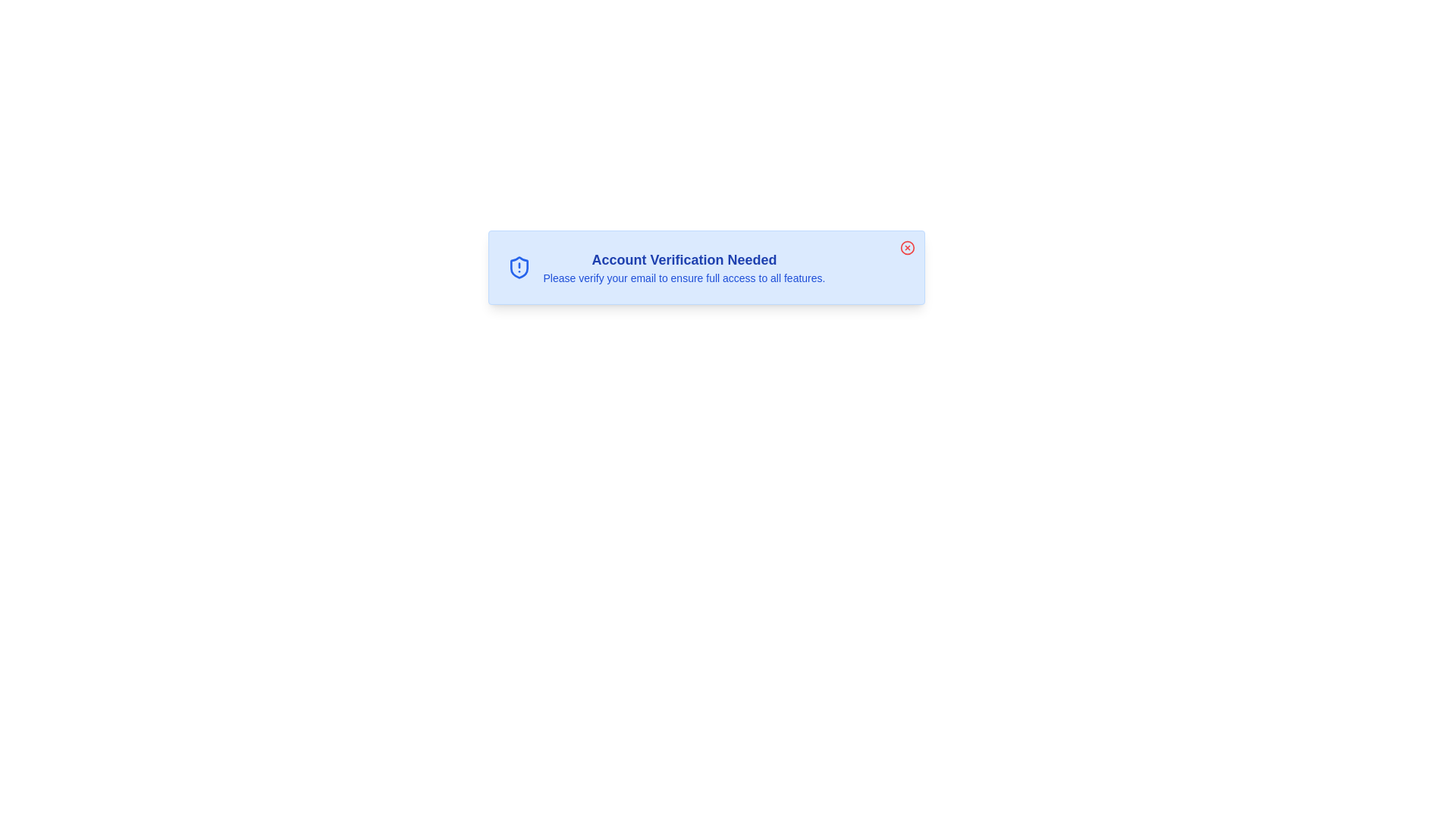  I want to click on the warning icon that resembles a shield with an exclamation mark, positioned at the start of the notification card regarding 'Account Verification Needed', so click(519, 267).